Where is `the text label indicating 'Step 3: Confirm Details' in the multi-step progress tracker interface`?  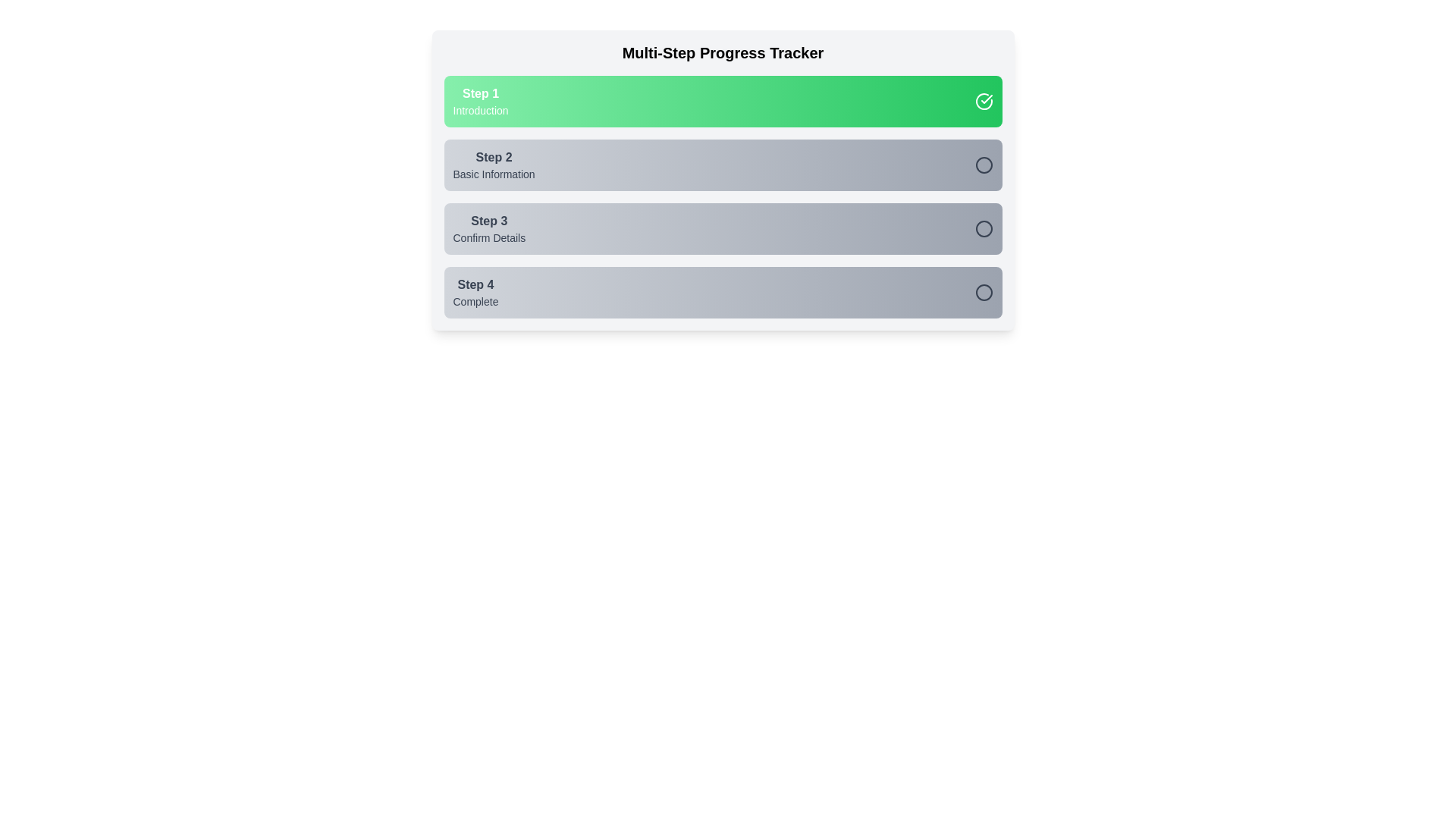
the text label indicating 'Step 3: Confirm Details' in the multi-step progress tracker interface is located at coordinates (489, 228).